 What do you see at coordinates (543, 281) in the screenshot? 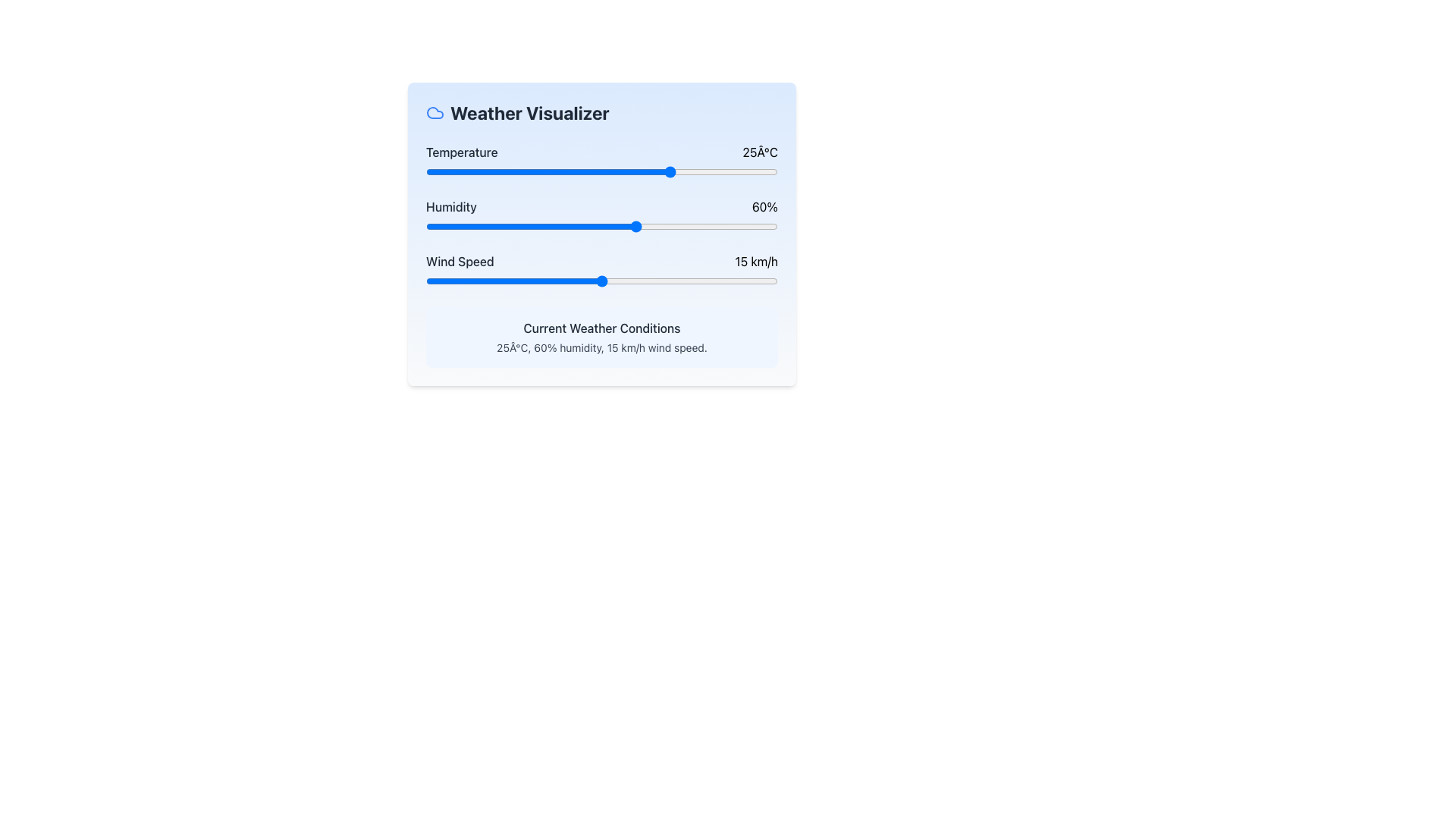
I see `wind speed` at bounding box center [543, 281].